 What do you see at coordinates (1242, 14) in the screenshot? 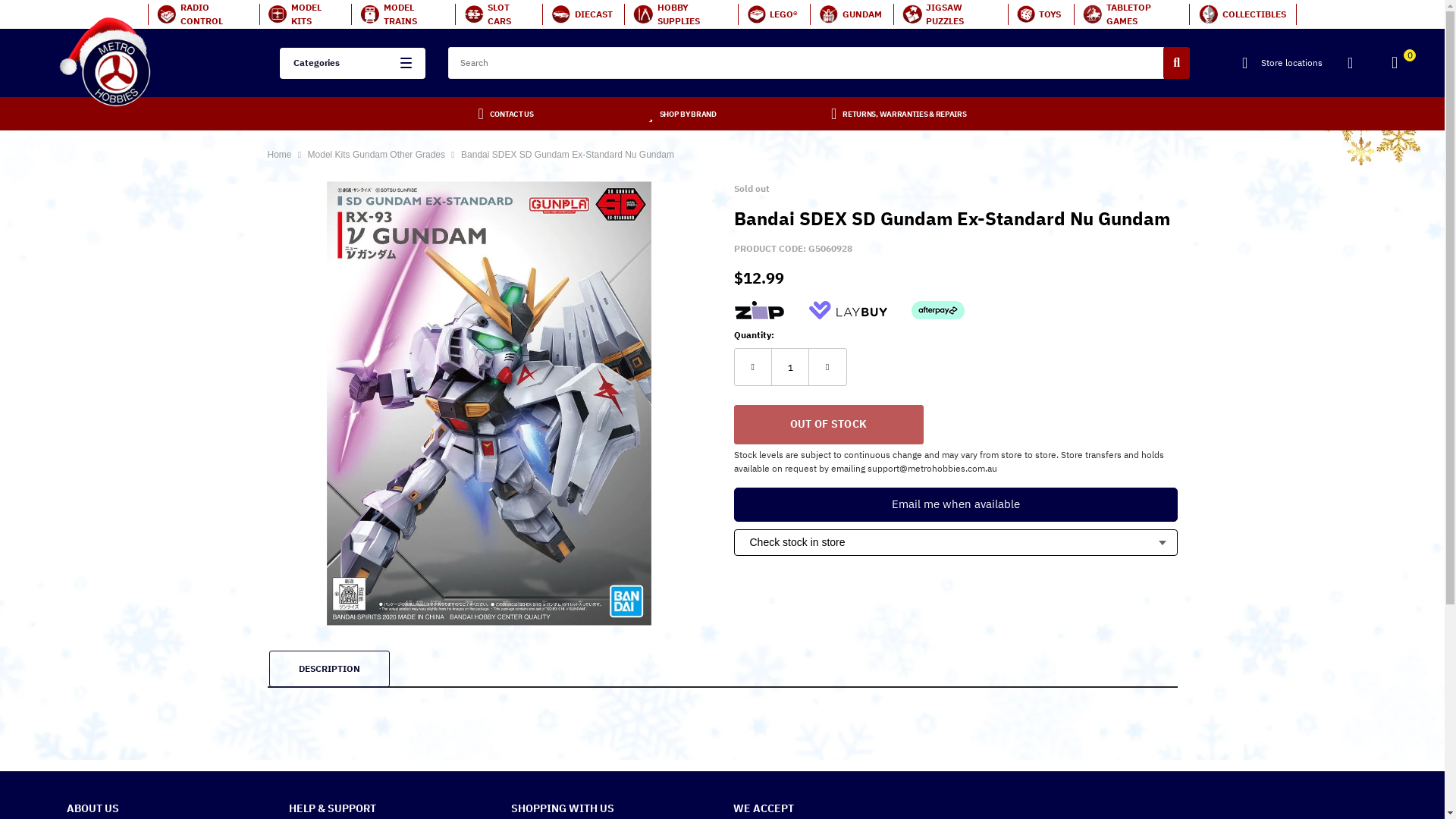
I see `'COLLECTIBLES'` at bounding box center [1242, 14].